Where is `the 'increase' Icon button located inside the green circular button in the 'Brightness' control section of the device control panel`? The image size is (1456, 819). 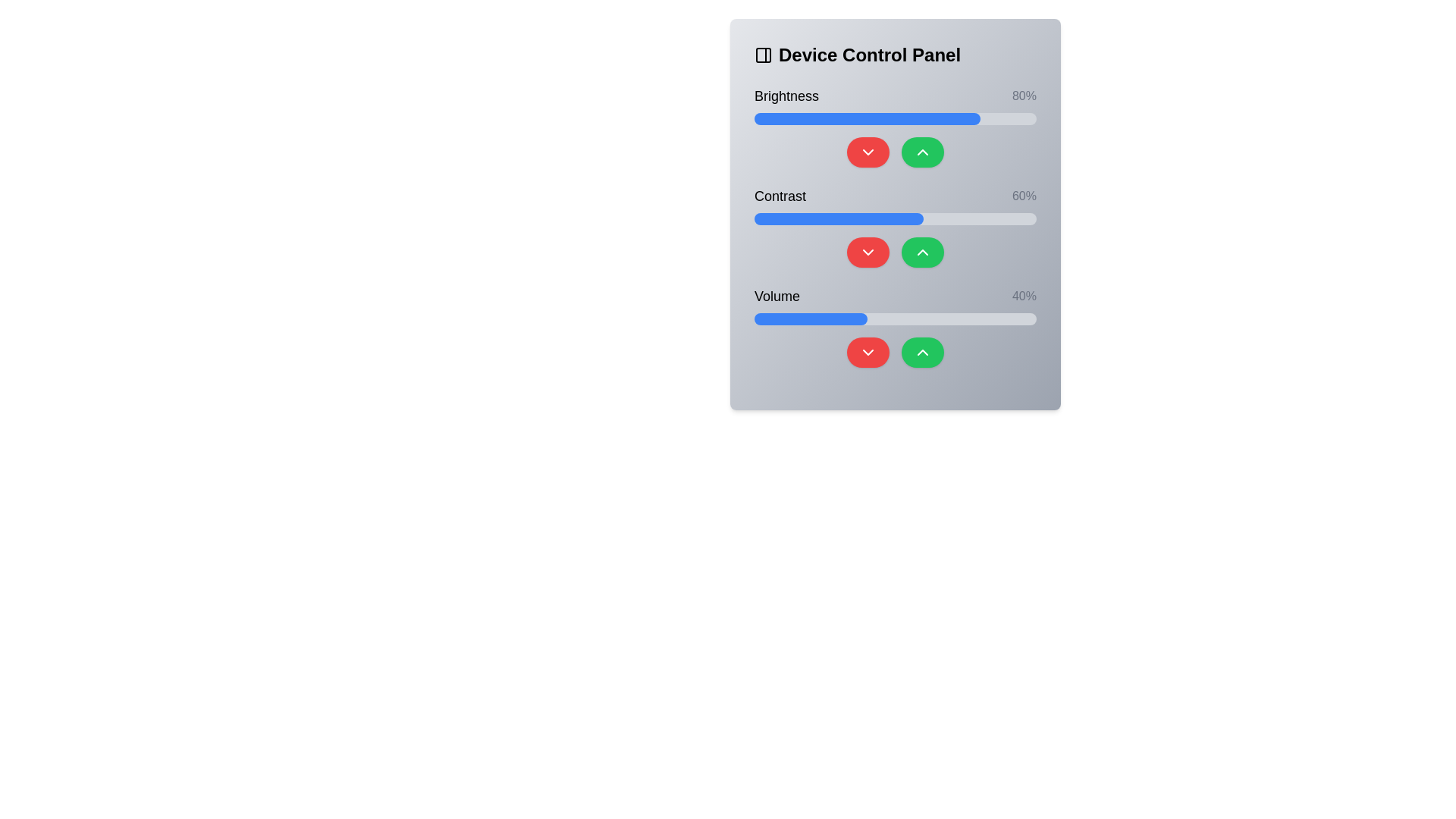 the 'increase' Icon button located inside the green circular button in the 'Brightness' control section of the device control panel is located at coordinates (922, 152).